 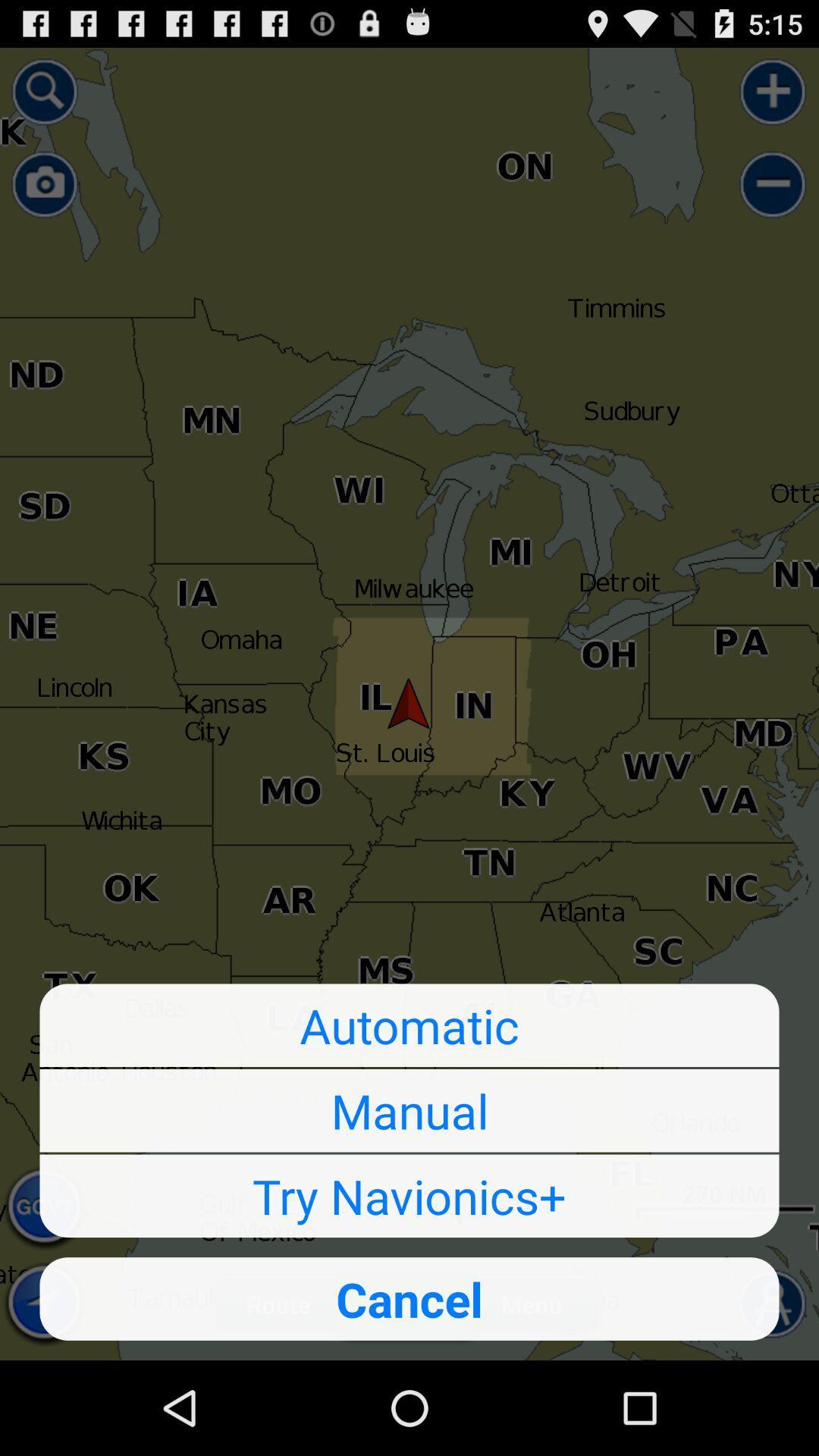 What do you see at coordinates (409, 1110) in the screenshot?
I see `the manual item` at bounding box center [409, 1110].